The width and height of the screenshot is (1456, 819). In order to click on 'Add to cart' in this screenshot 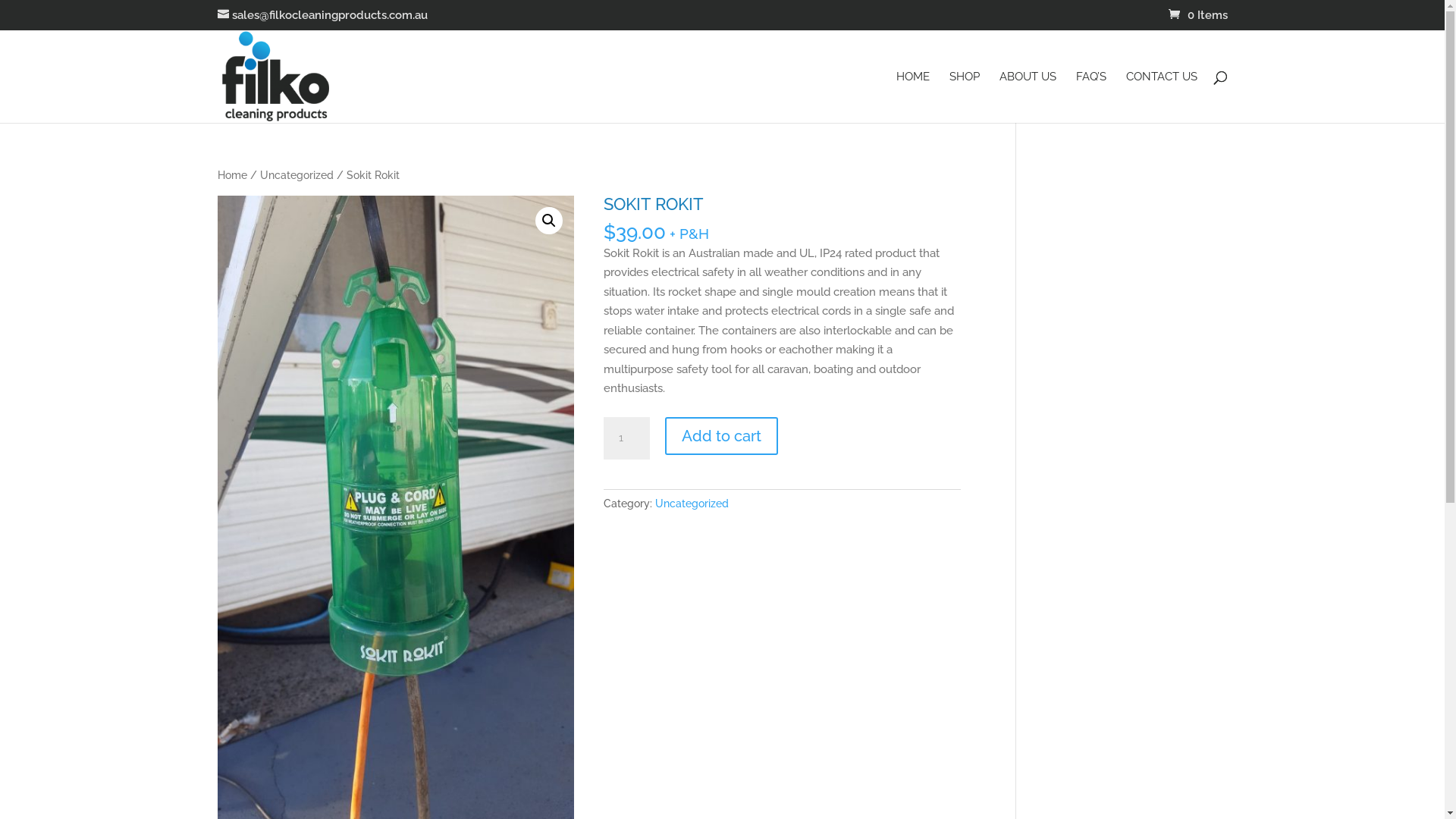, I will do `click(665, 435)`.